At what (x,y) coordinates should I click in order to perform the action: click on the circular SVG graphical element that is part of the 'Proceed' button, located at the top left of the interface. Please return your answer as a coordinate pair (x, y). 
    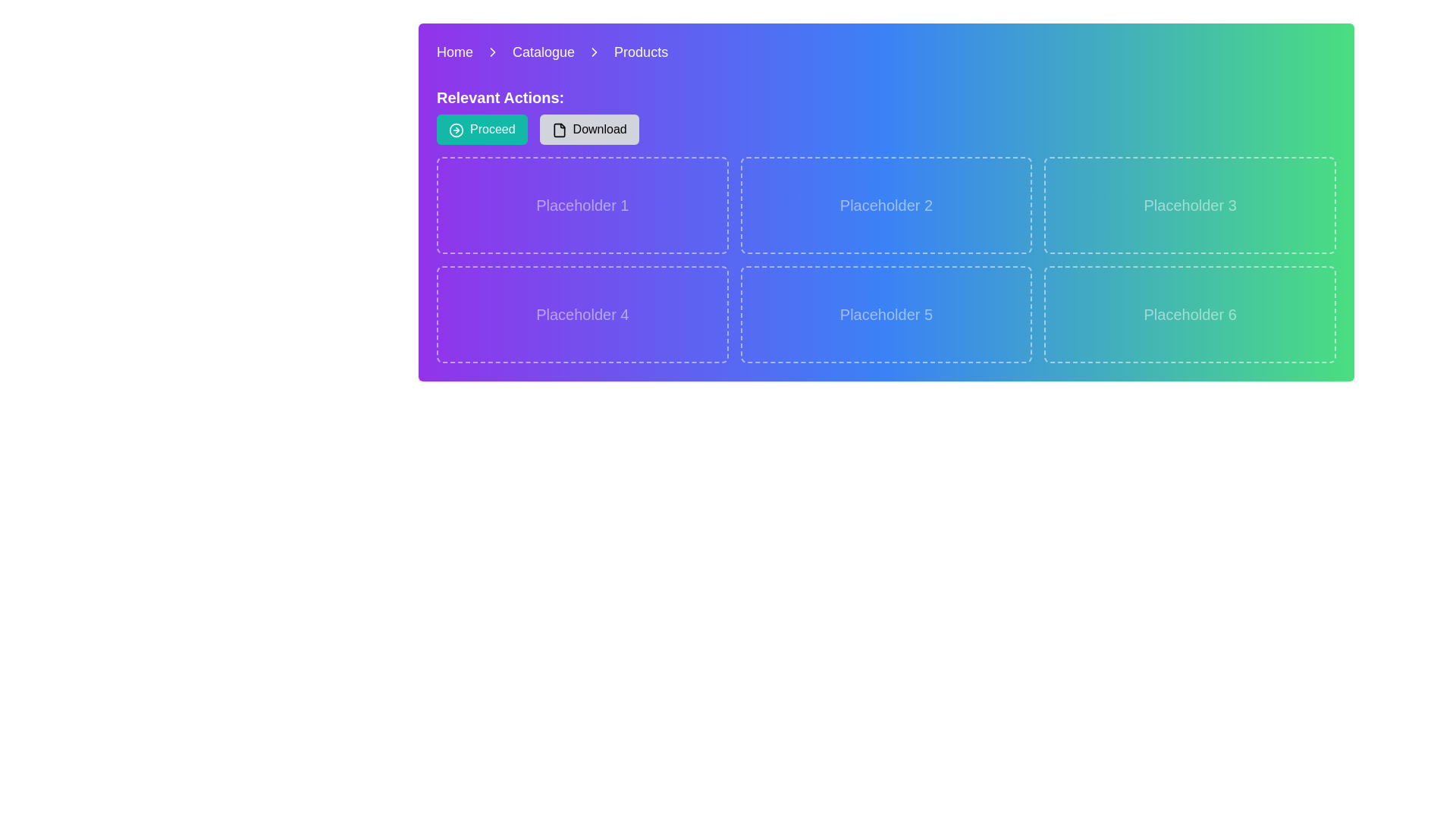
    Looking at the image, I should click on (455, 128).